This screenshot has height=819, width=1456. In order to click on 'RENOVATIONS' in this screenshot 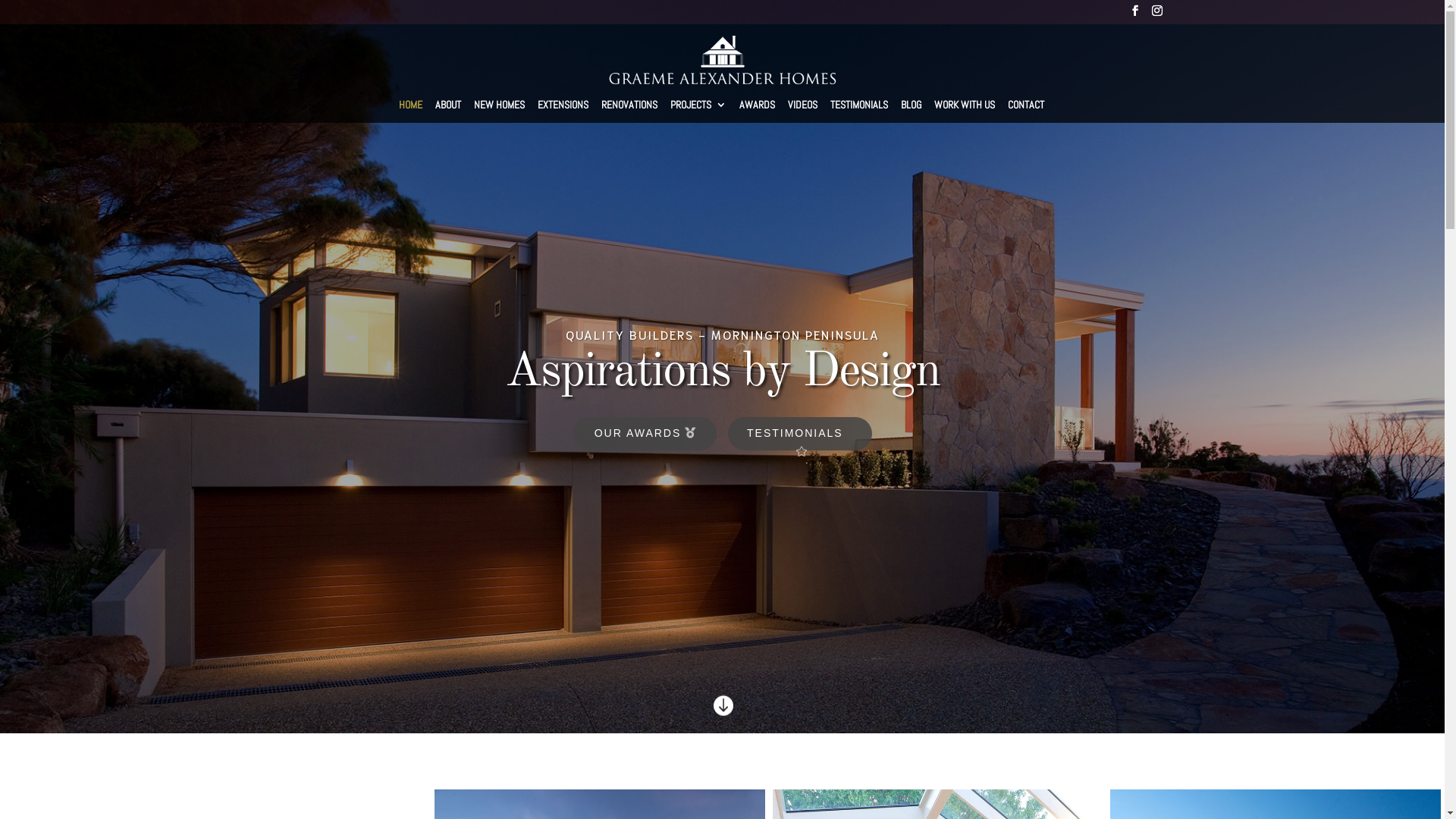, I will do `click(629, 109)`.